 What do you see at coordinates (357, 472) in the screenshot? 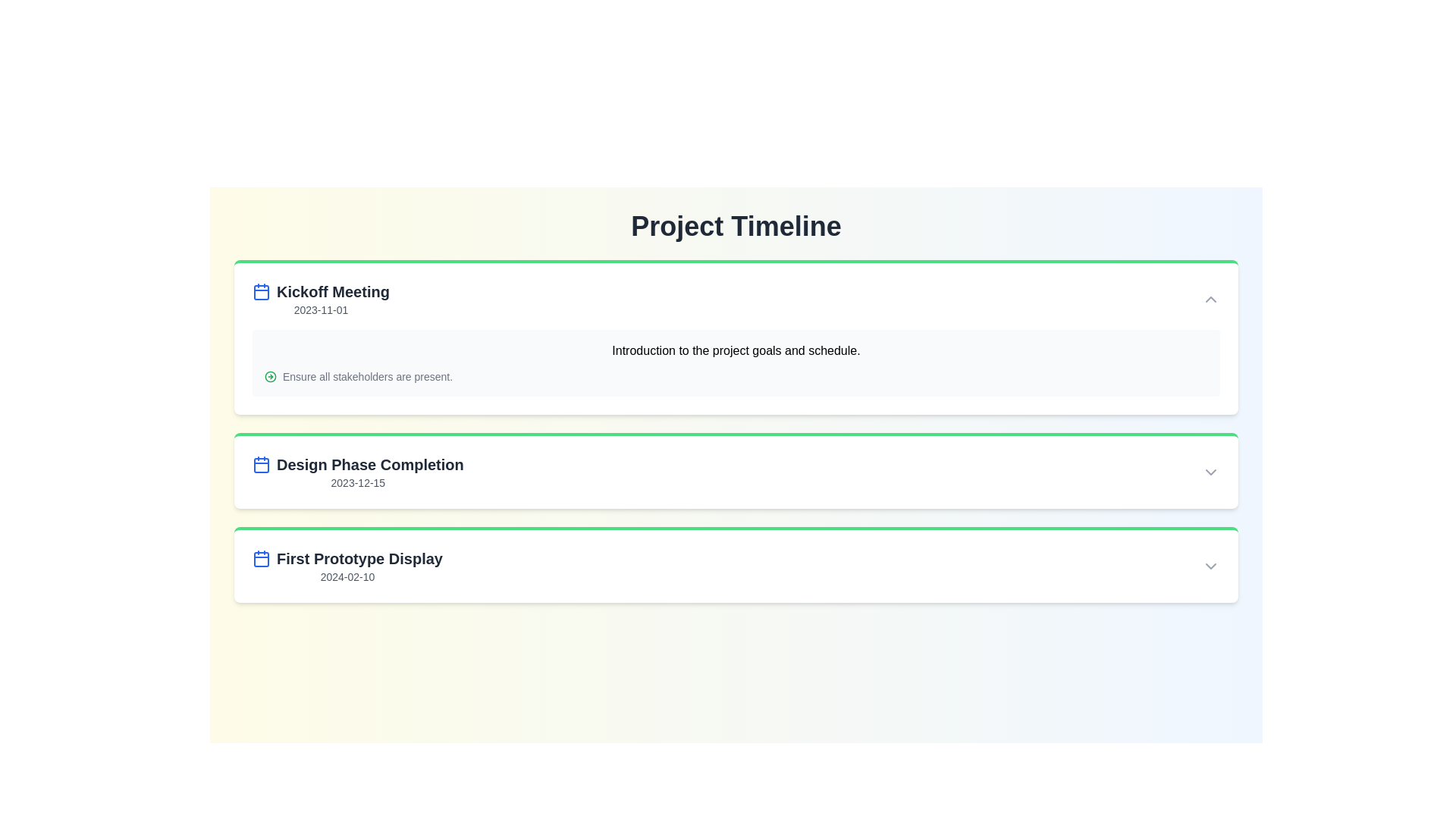
I see `the text label displaying 'Design Phase Completion' with end date '2023-12-15', located in the second card under 'Project Timeline'` at bounding box center [357, 472].